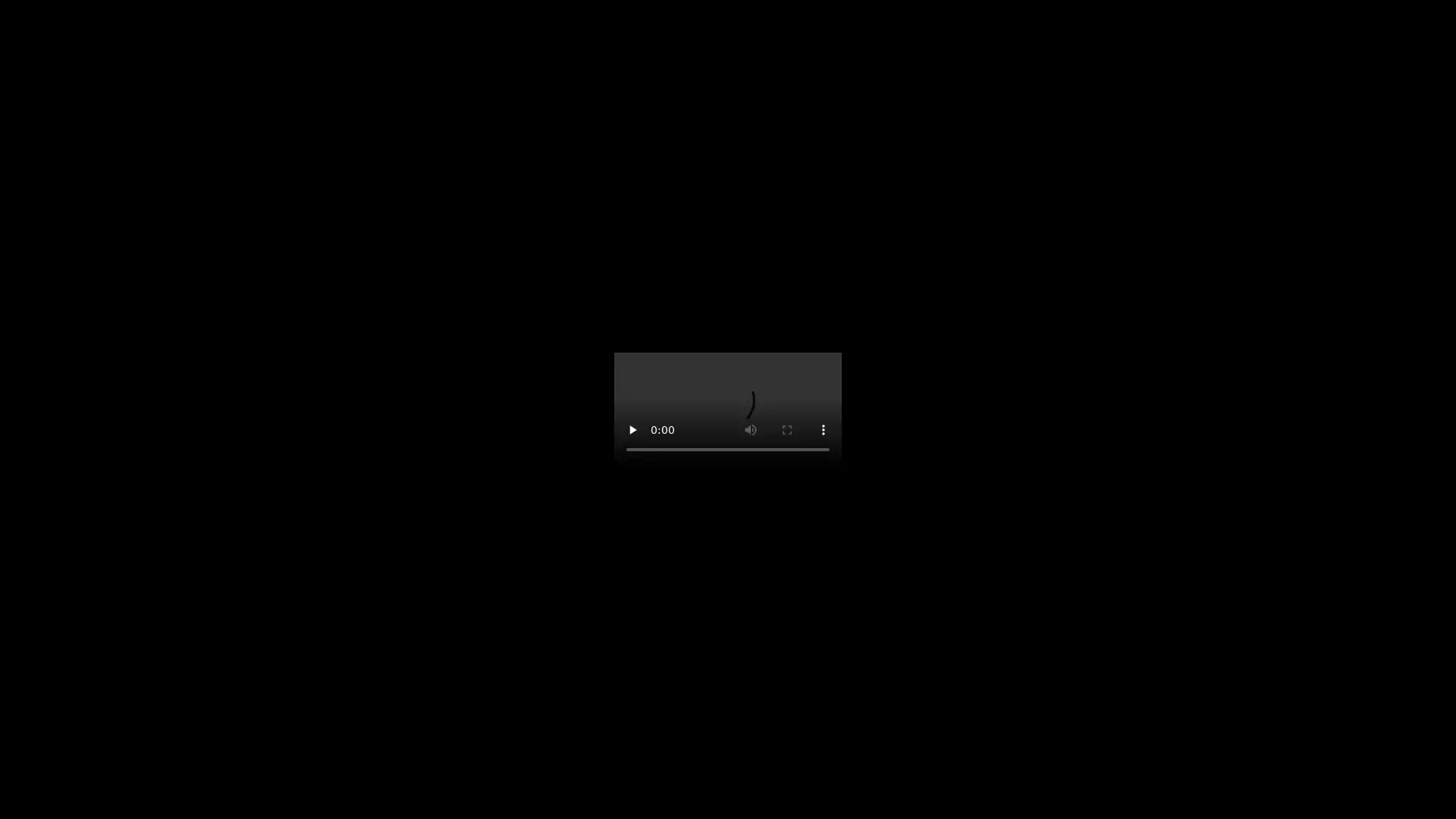 The image size is (1456, 819). I want to click on mute, so click(750, 430).